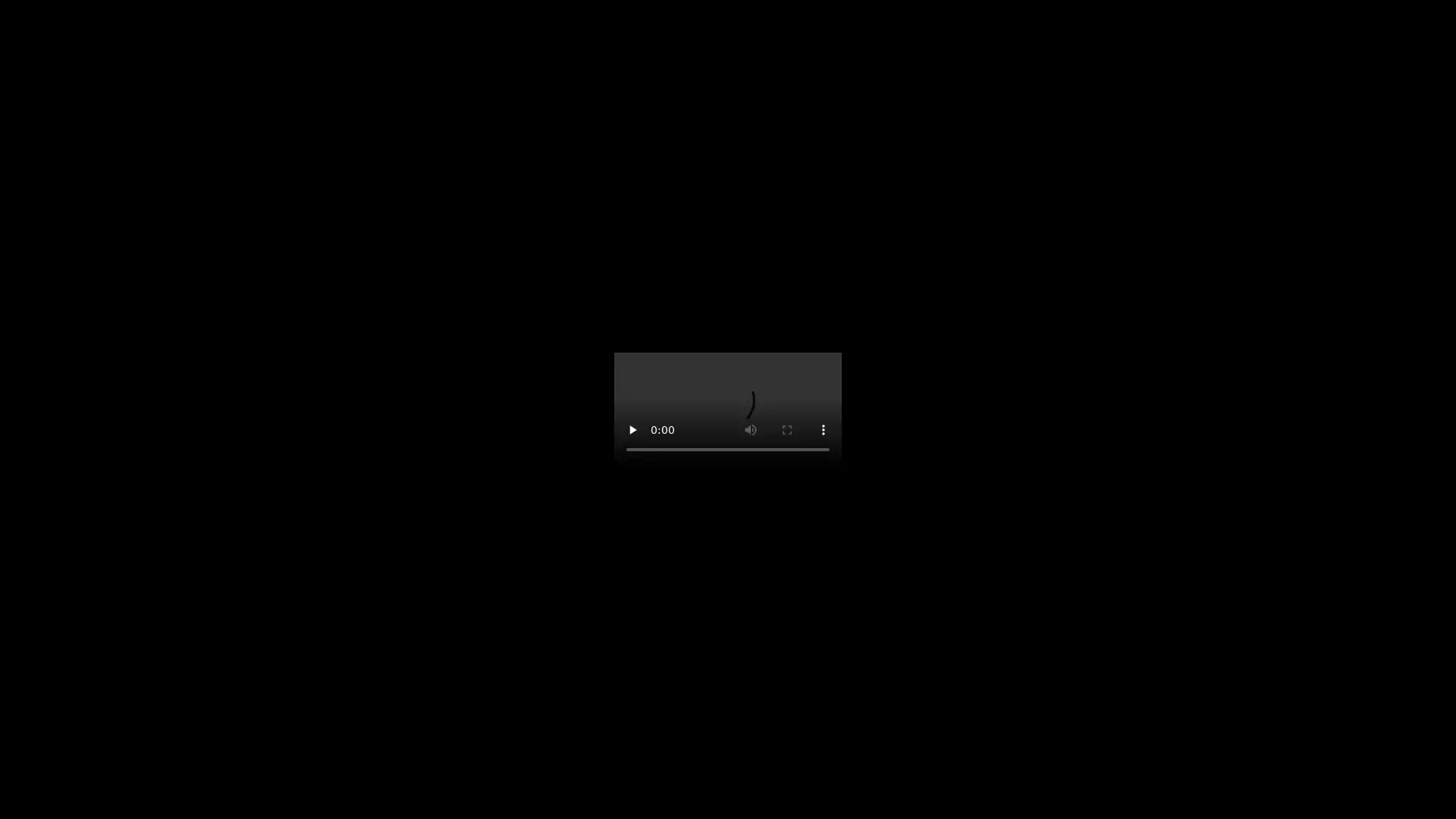 The image size is (1456, 819). I want to click on mute, so click(750, 430).